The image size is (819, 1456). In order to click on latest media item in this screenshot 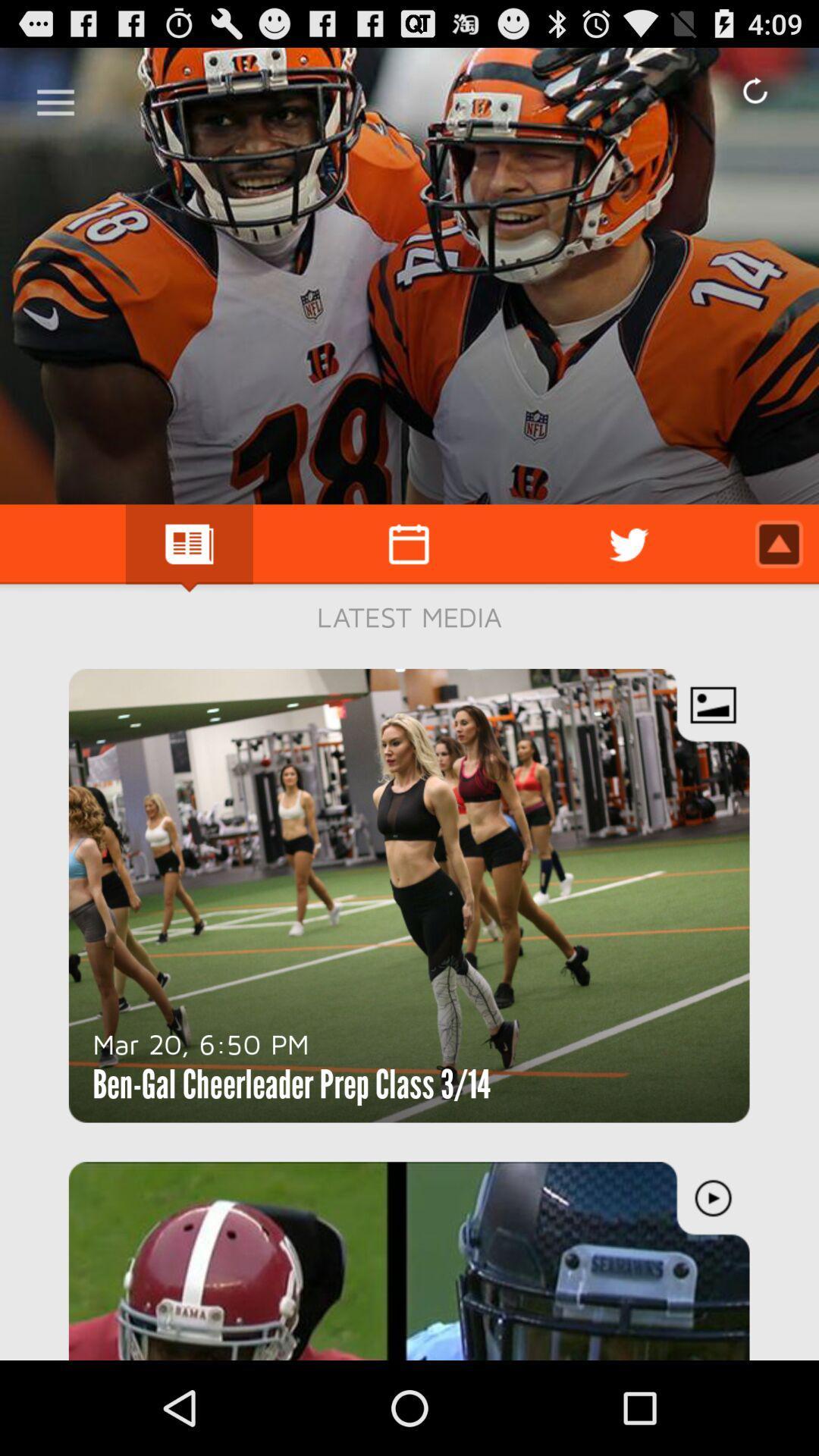, I will do `click(409, 617)`.